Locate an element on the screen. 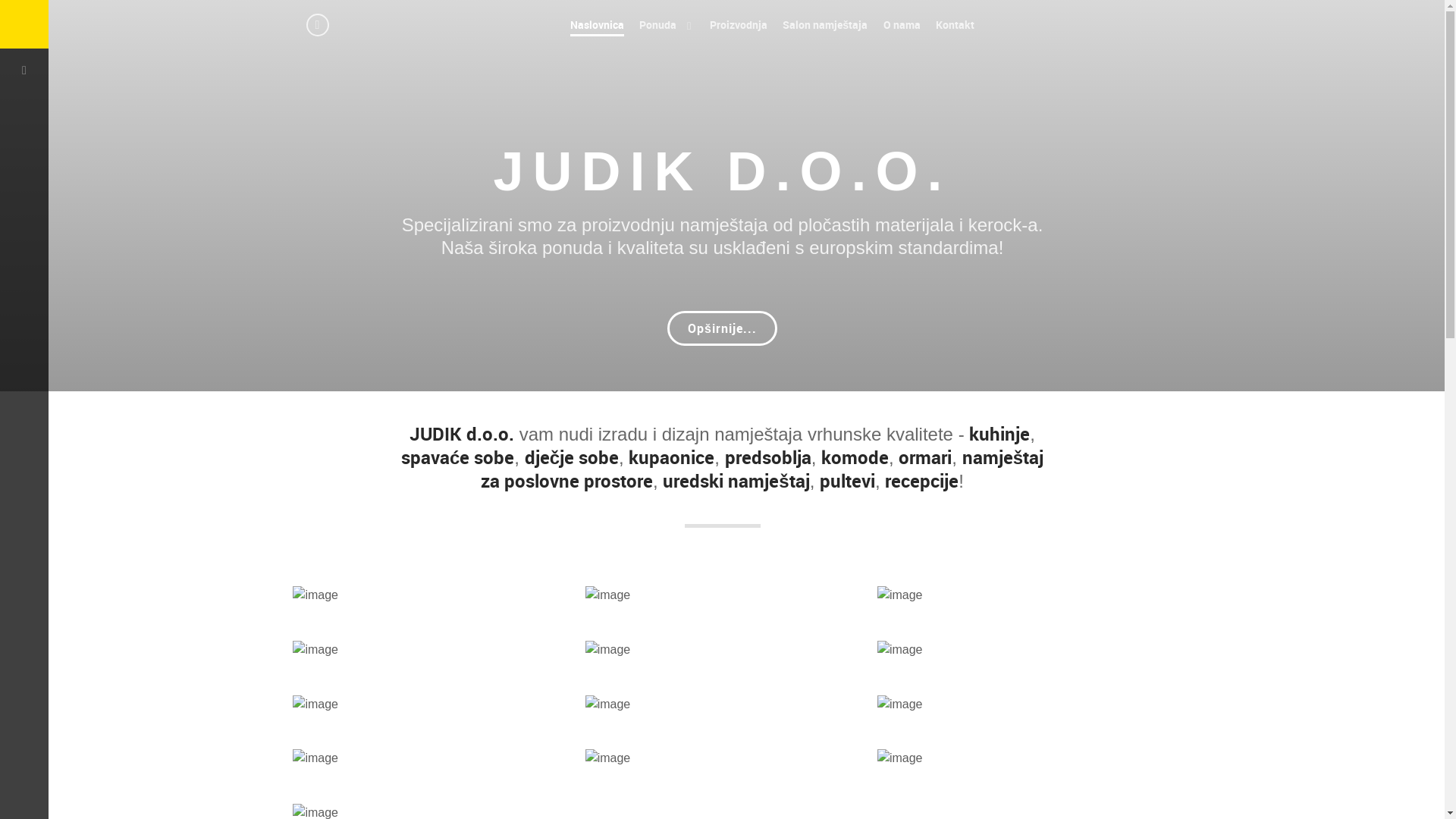 The height and width of the screenshot is (819, 1456). 'O nama' is located at coordinates (902, 24).